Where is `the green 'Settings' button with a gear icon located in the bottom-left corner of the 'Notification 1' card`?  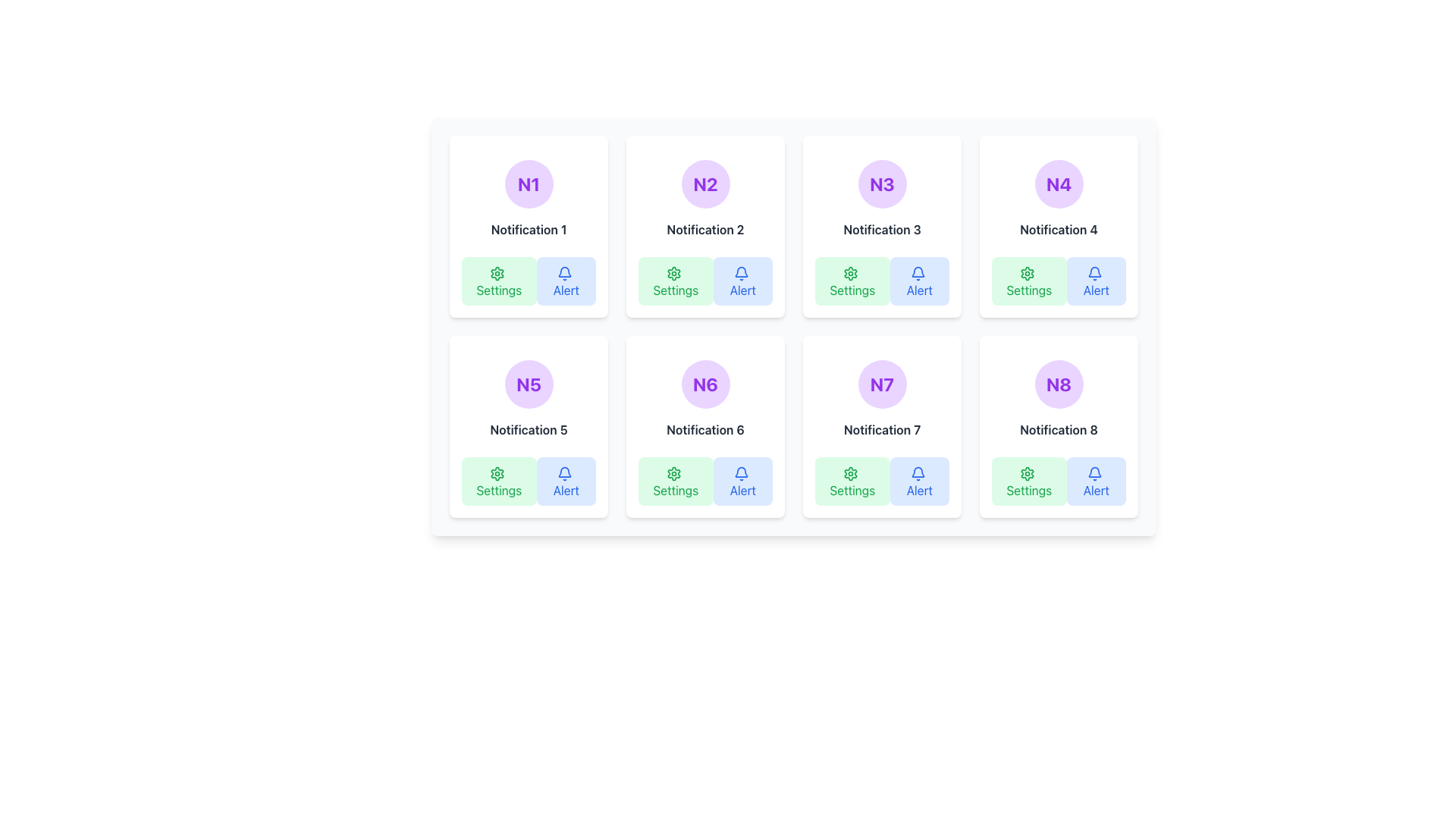 the green 'Settings' button with a gear icon located in the bottom-left corner of the 'Notification 1' card is located at coordinates (499, 281).